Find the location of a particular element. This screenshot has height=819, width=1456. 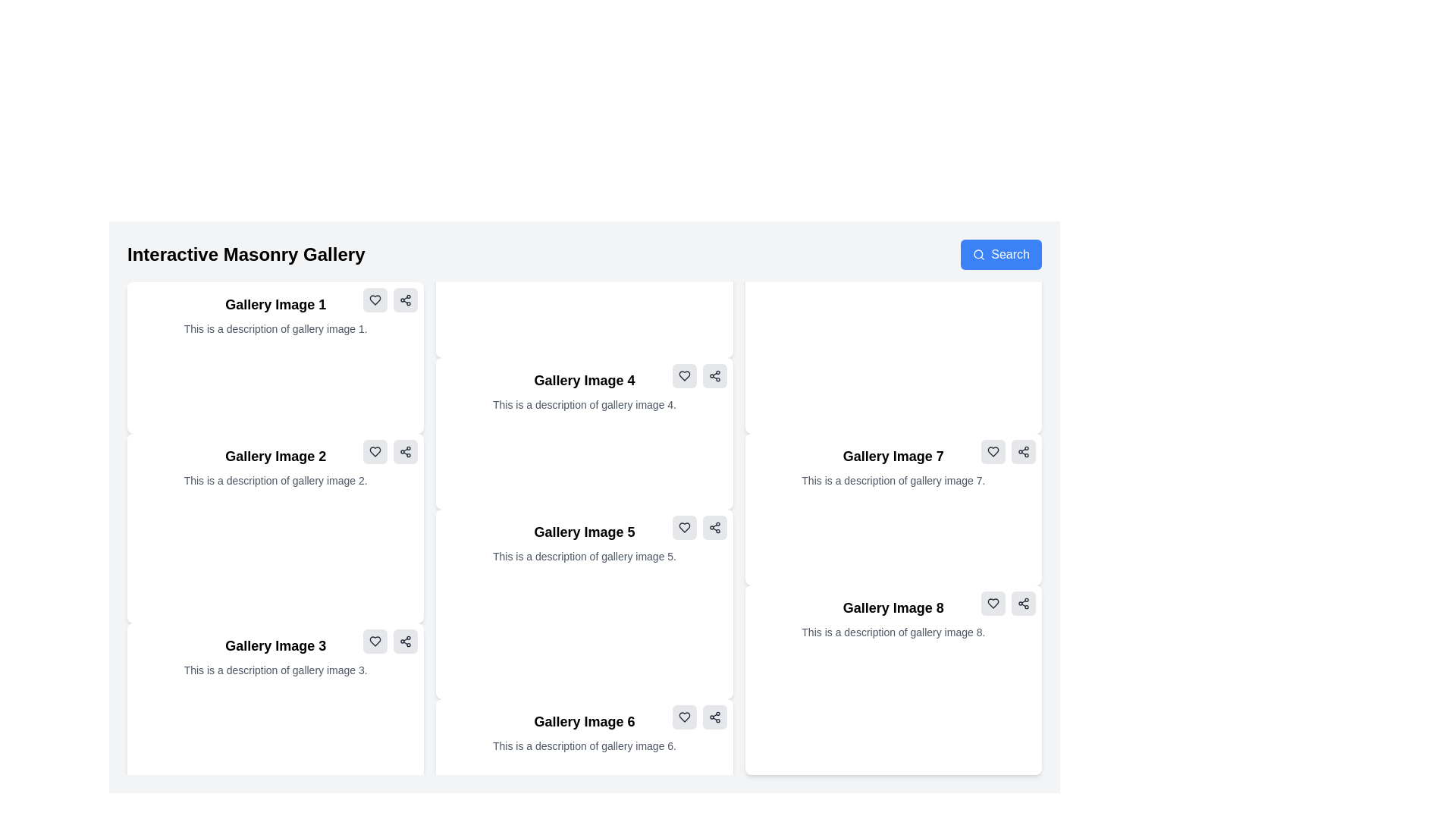

the share icon, which is an SVG-based icon featuring three interconnected circles and line segments, located in the card titled 'Gallery Image 3', near the heart icon is located at coordinates (406, 641).